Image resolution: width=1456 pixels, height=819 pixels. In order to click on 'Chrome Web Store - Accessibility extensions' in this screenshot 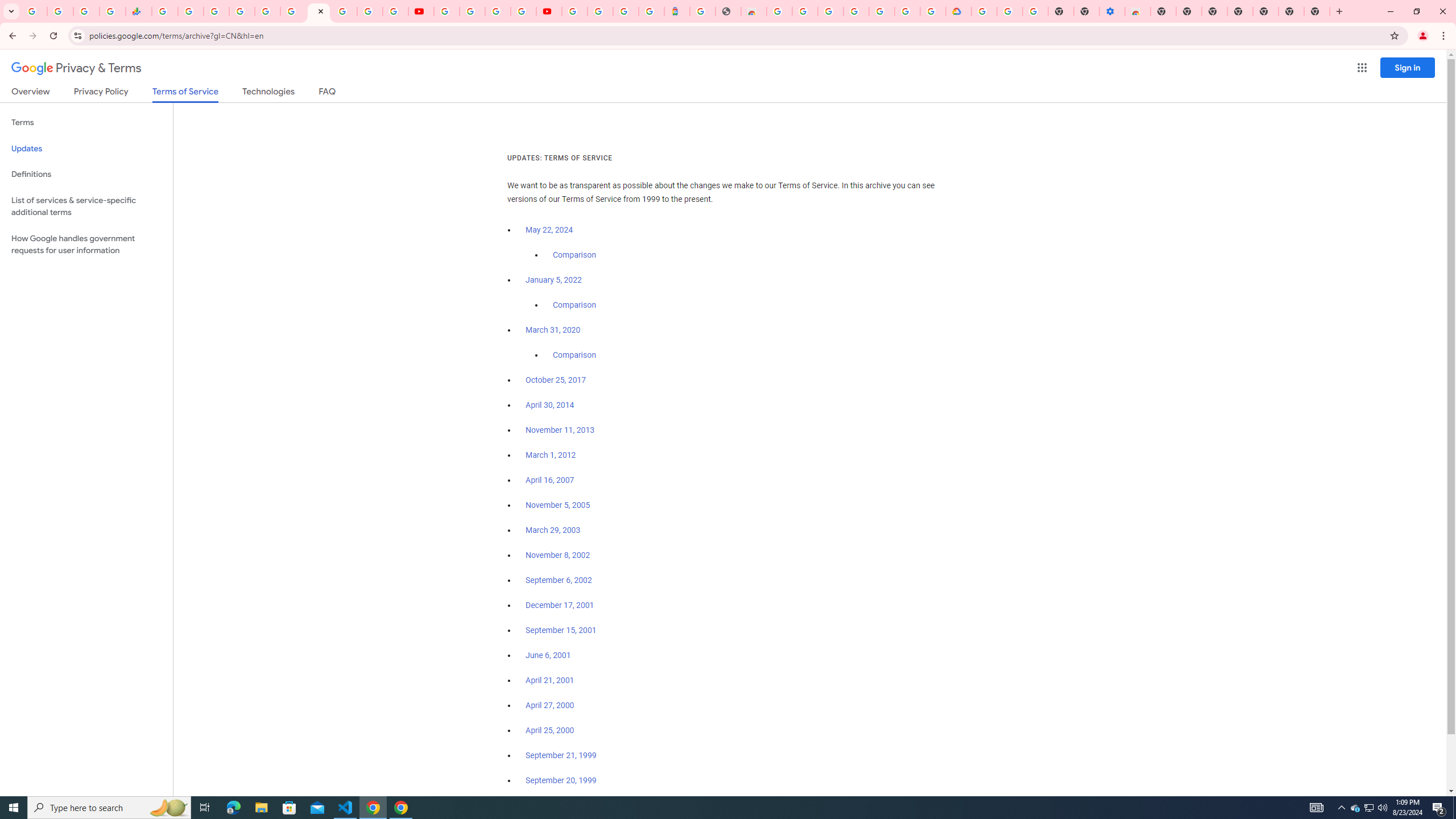, I will do `click(1137, 11)`.